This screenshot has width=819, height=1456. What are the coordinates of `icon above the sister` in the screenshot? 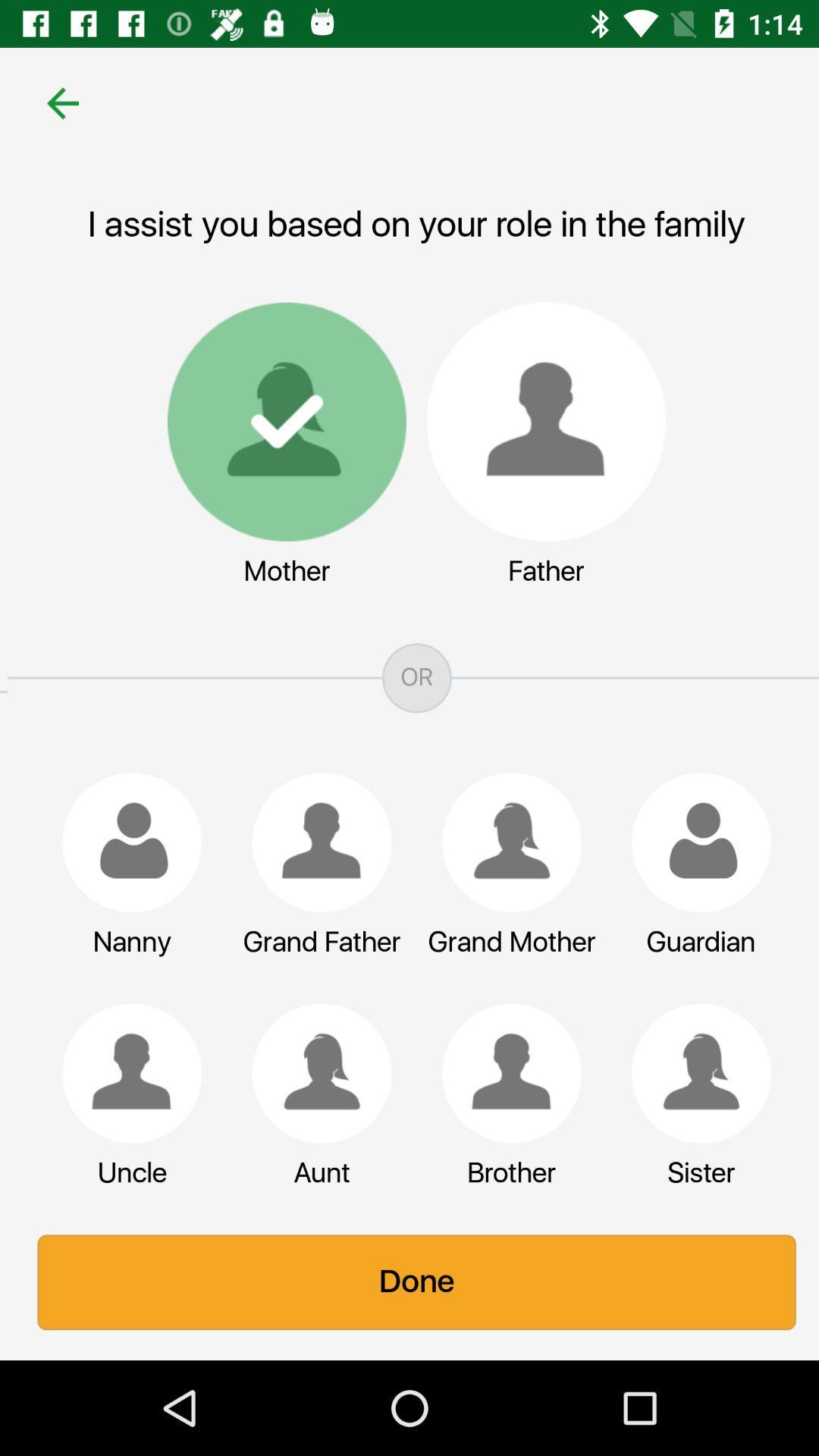 It's located at (694, 1072).